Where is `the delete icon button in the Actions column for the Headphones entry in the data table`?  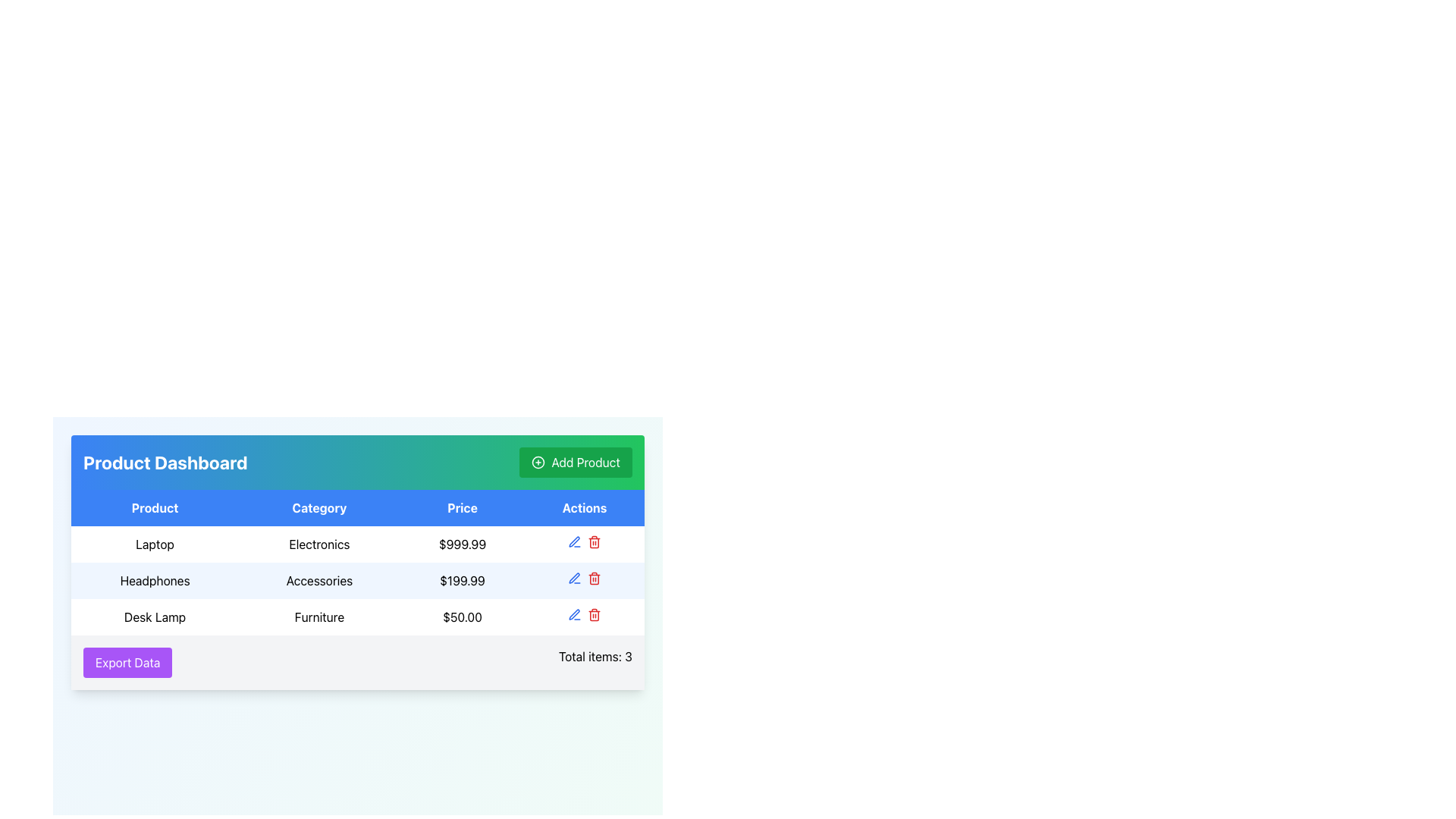
the delete icon button in the Actions column for the Headphones entry in the data table is located at coordinates (593, 579).